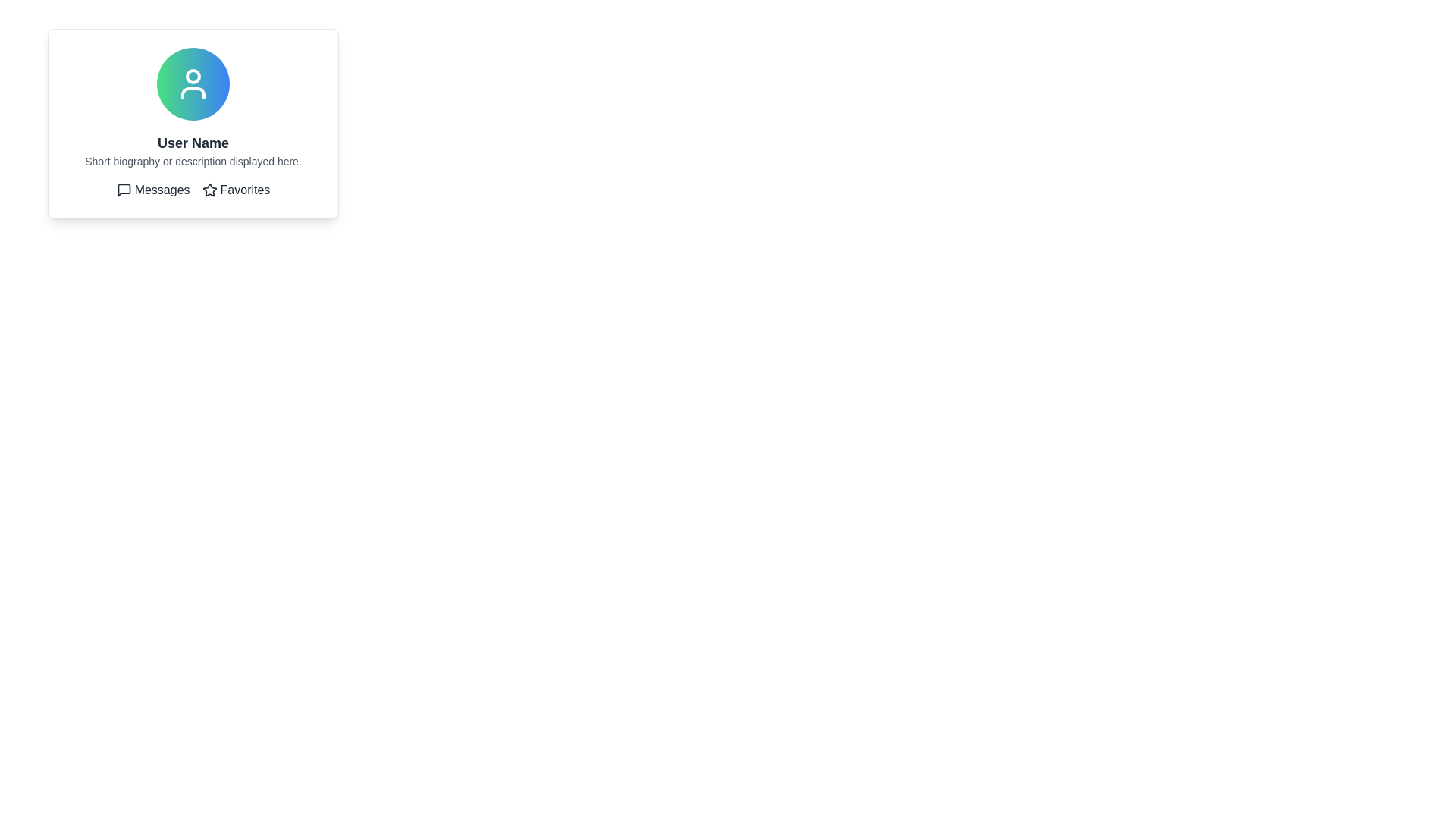 Image resolution: width=1456 pixels, height=819 pixels. Describe the element at coordinates (124, 189) in the screenshot. I see `the chat-related icon located to the left of the 'Messages' text in the user profile card's options row` at that location.